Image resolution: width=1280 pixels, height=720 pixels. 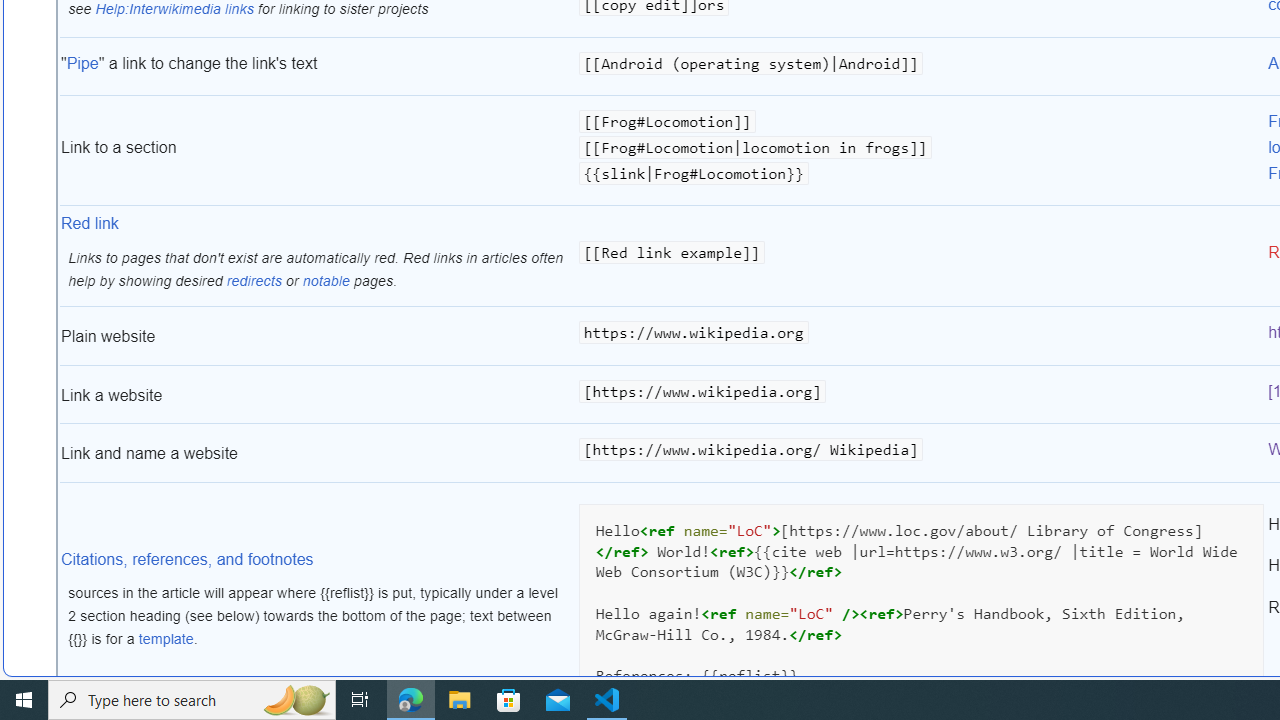 I want to click on '[https://www.wikipedia.org/ Wikipedia]', so click(x=920, y=453).